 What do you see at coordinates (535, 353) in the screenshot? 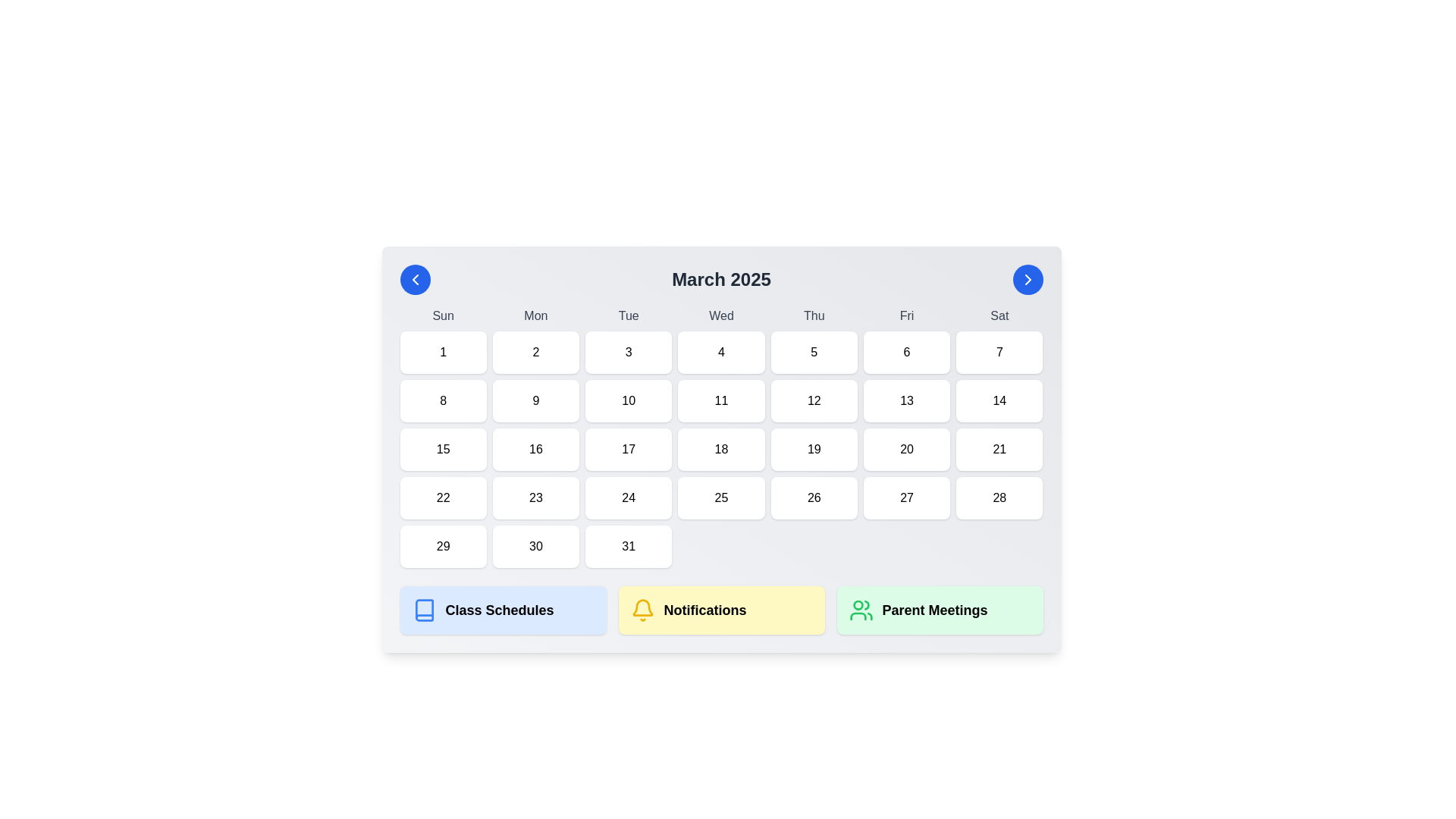
I see `the calendar day cell representing day '2' in the first row under 'Mon'` at bounding box center [535, 353].